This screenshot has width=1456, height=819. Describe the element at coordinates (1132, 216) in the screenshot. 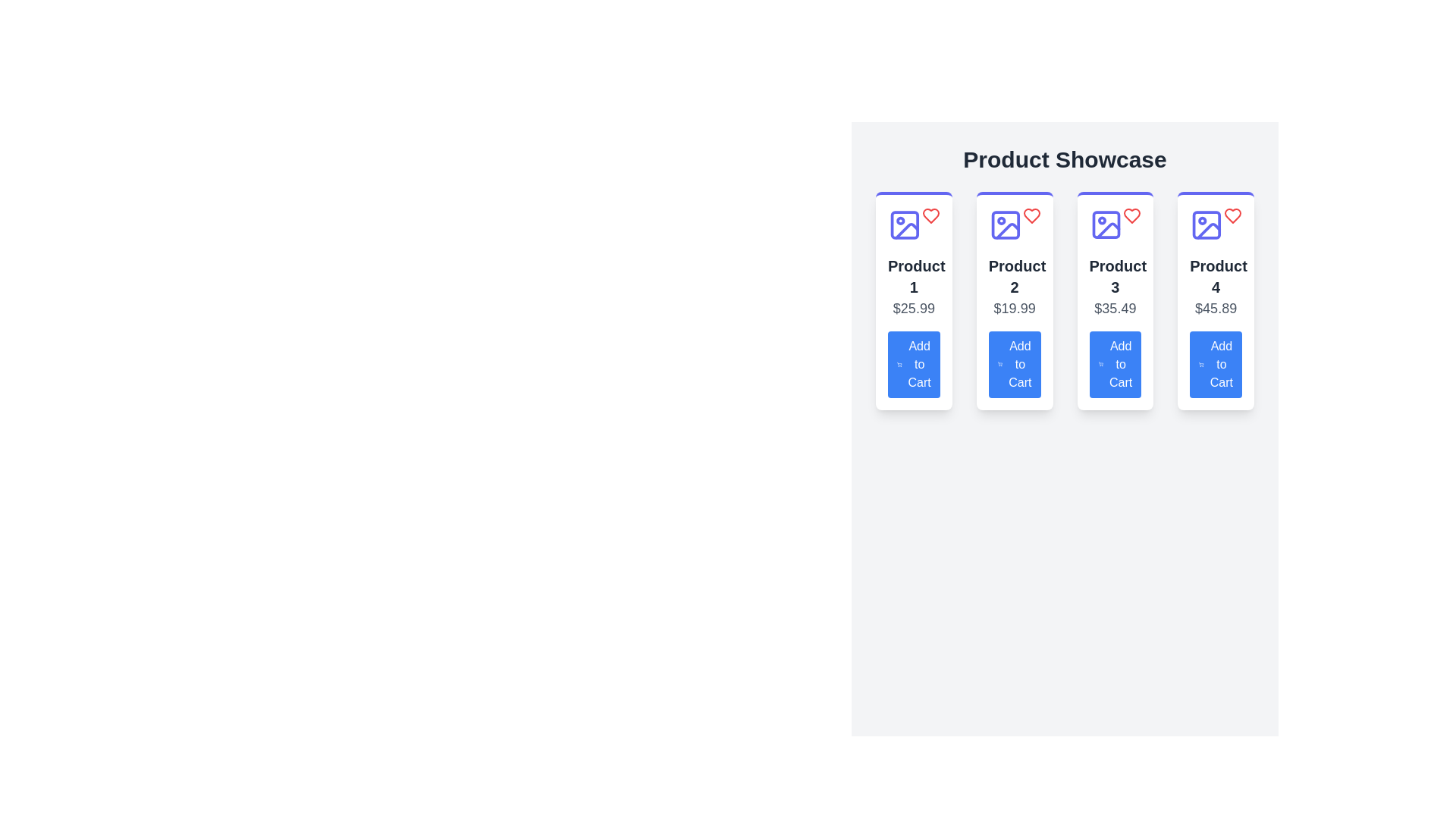

I see `the red heart icon located in the top-right corner of the third product card` at that location.